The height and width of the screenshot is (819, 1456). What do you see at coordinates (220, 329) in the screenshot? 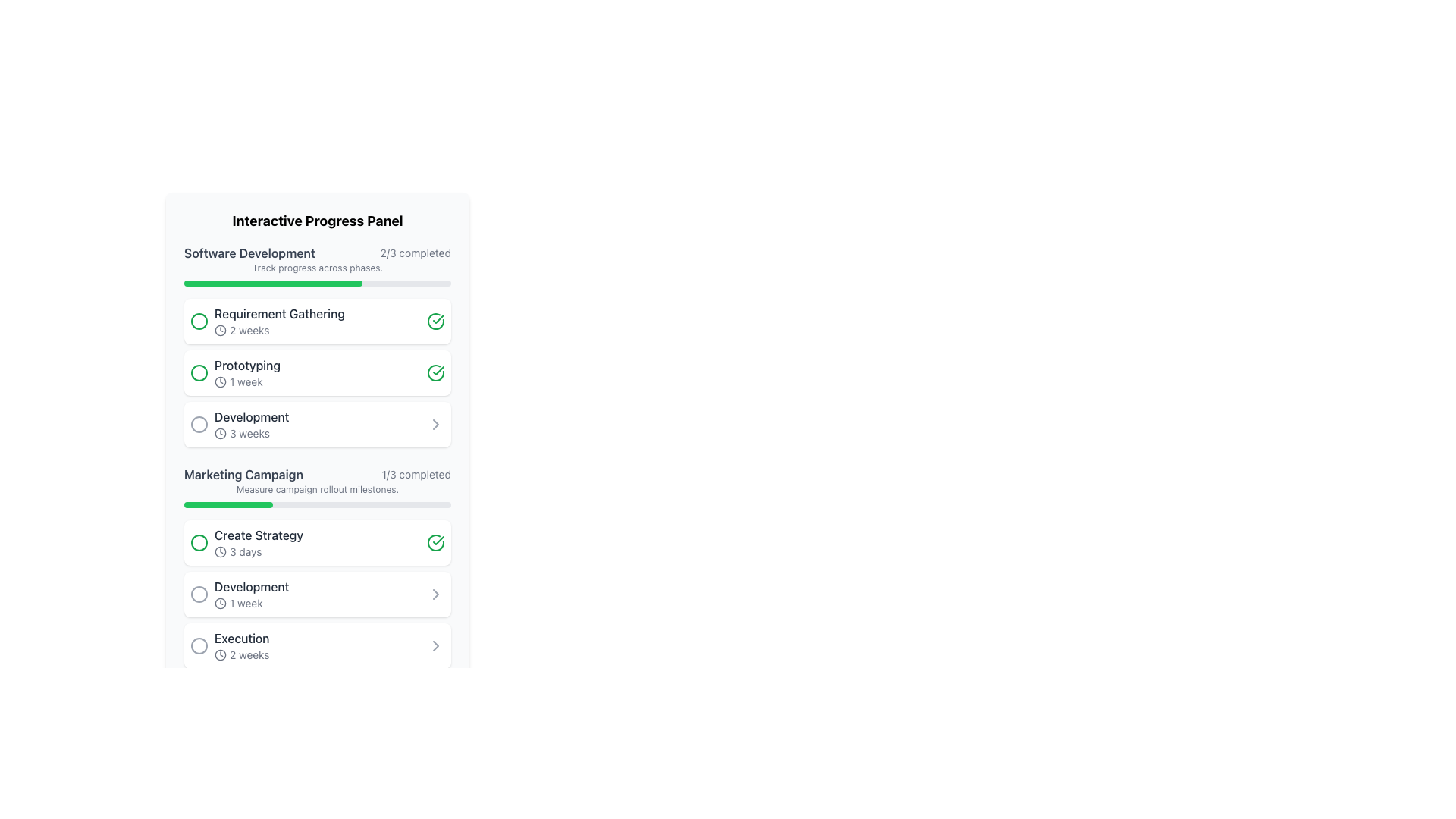
I see `the small circular clock icon with thin lines located next to the text '2 weeks' in the 'Requirement Gathering' list item under 'Software Development'` at bounding box center [220, 329].